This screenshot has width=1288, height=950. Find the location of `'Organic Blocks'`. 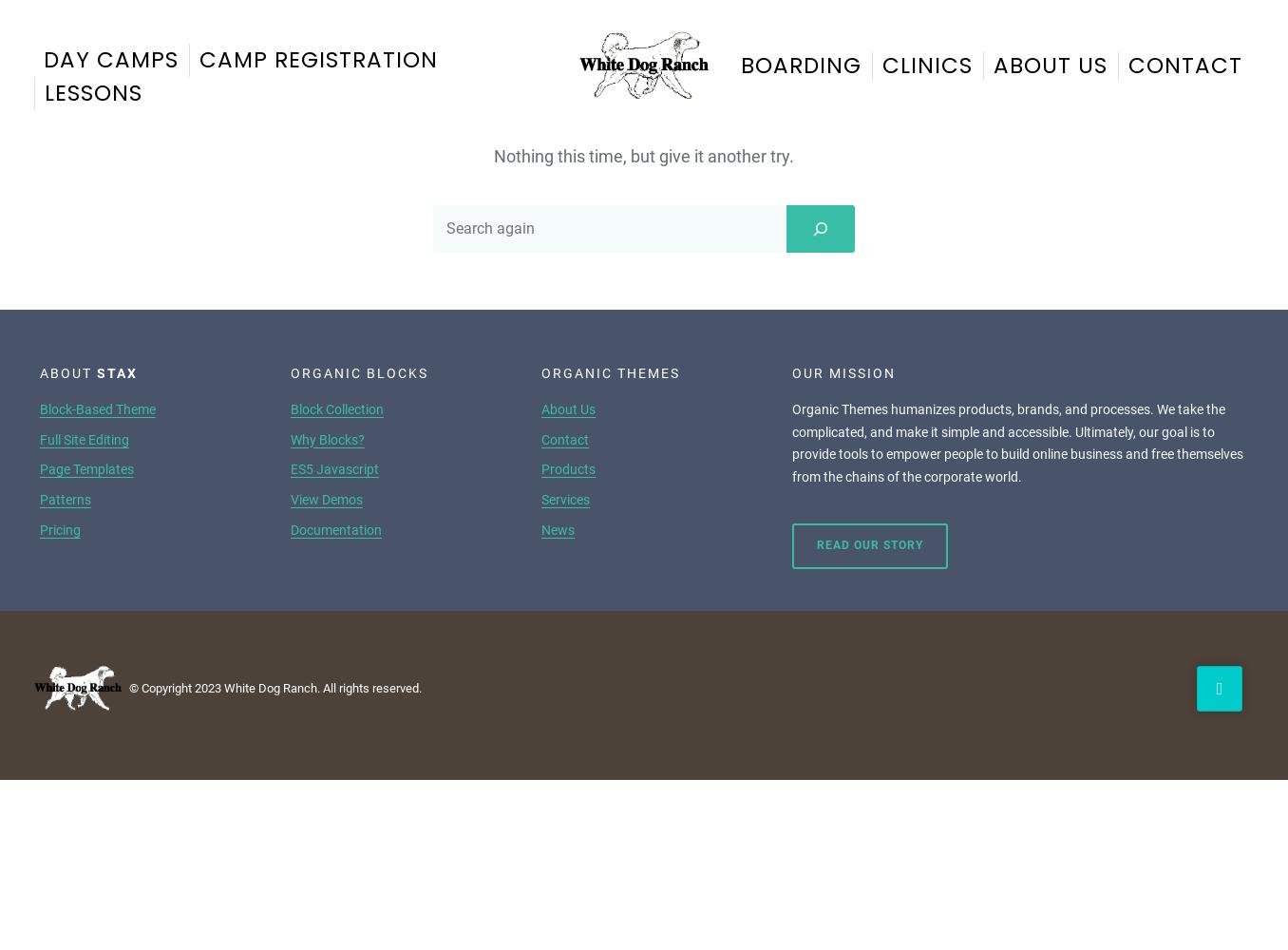

'Organic Blocks' is located at coordinates (357, 372).